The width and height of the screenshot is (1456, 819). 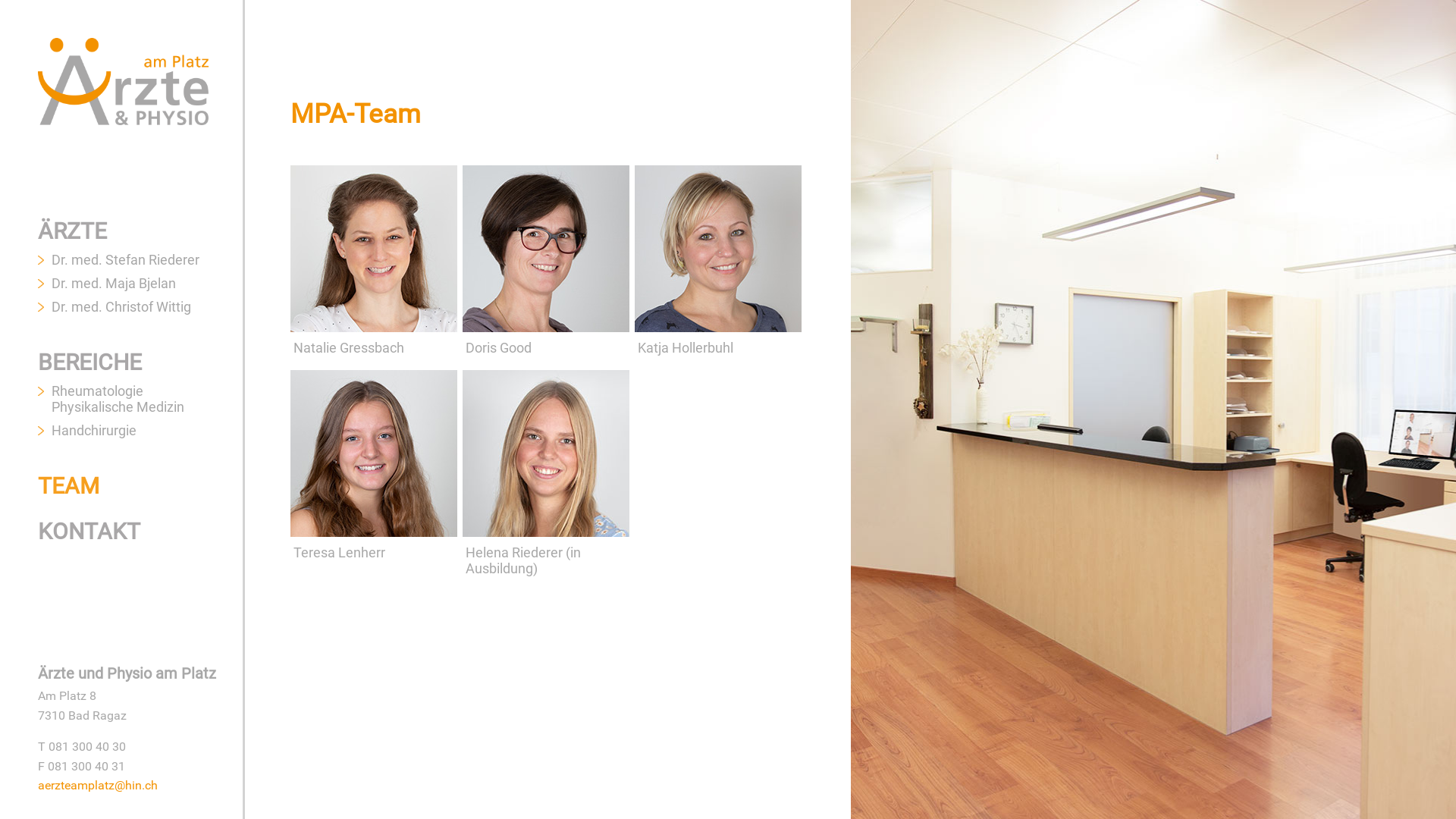 What do you see at coordinates (89, 362) in the screenshot?
I see `'BEREICHE'` at bounding box center [89, 362].